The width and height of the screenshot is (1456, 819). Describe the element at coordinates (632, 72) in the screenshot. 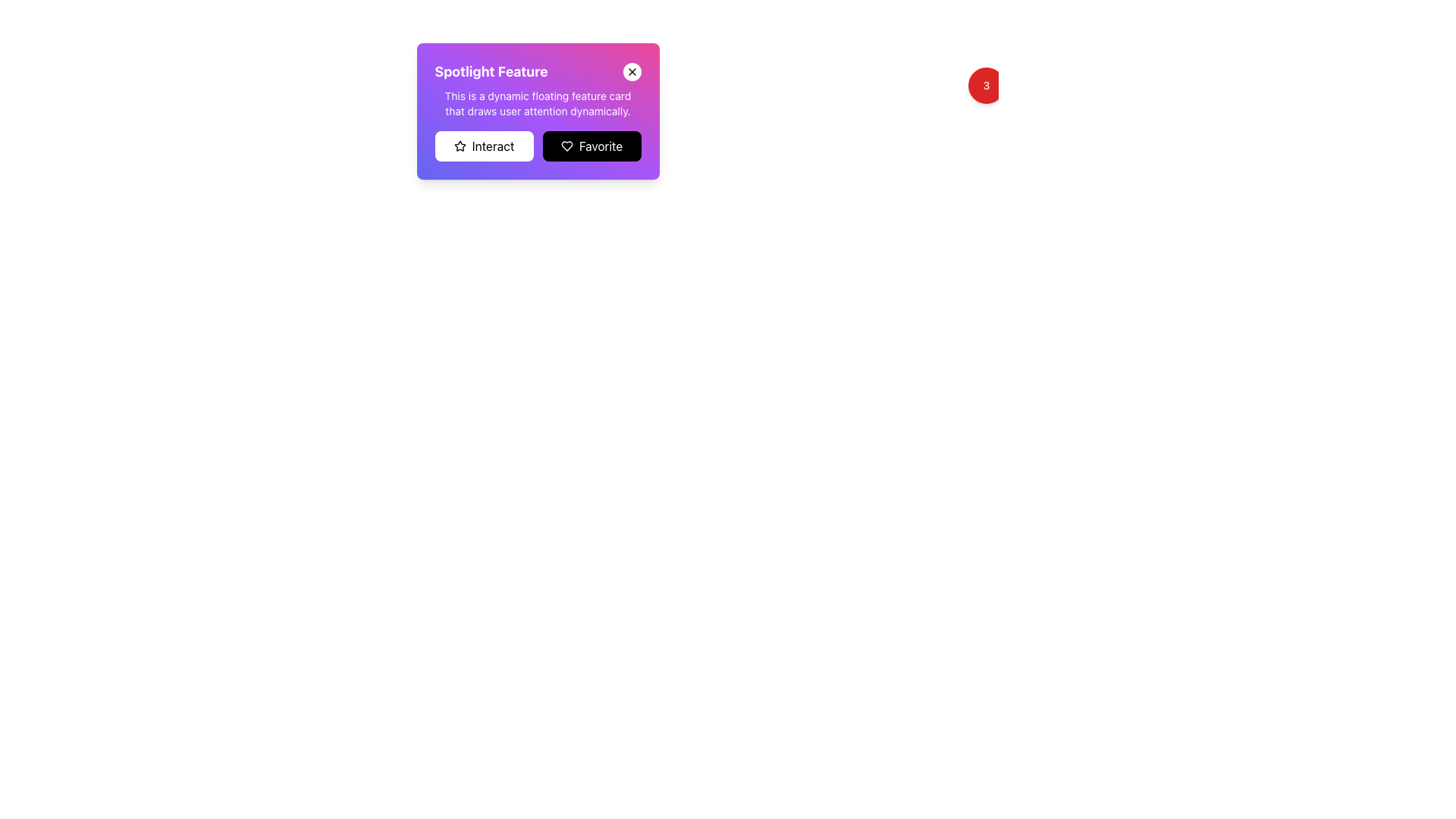

I see `the Close icon located in the top-right corner of the 'Spotlight Feature' card` at that location.